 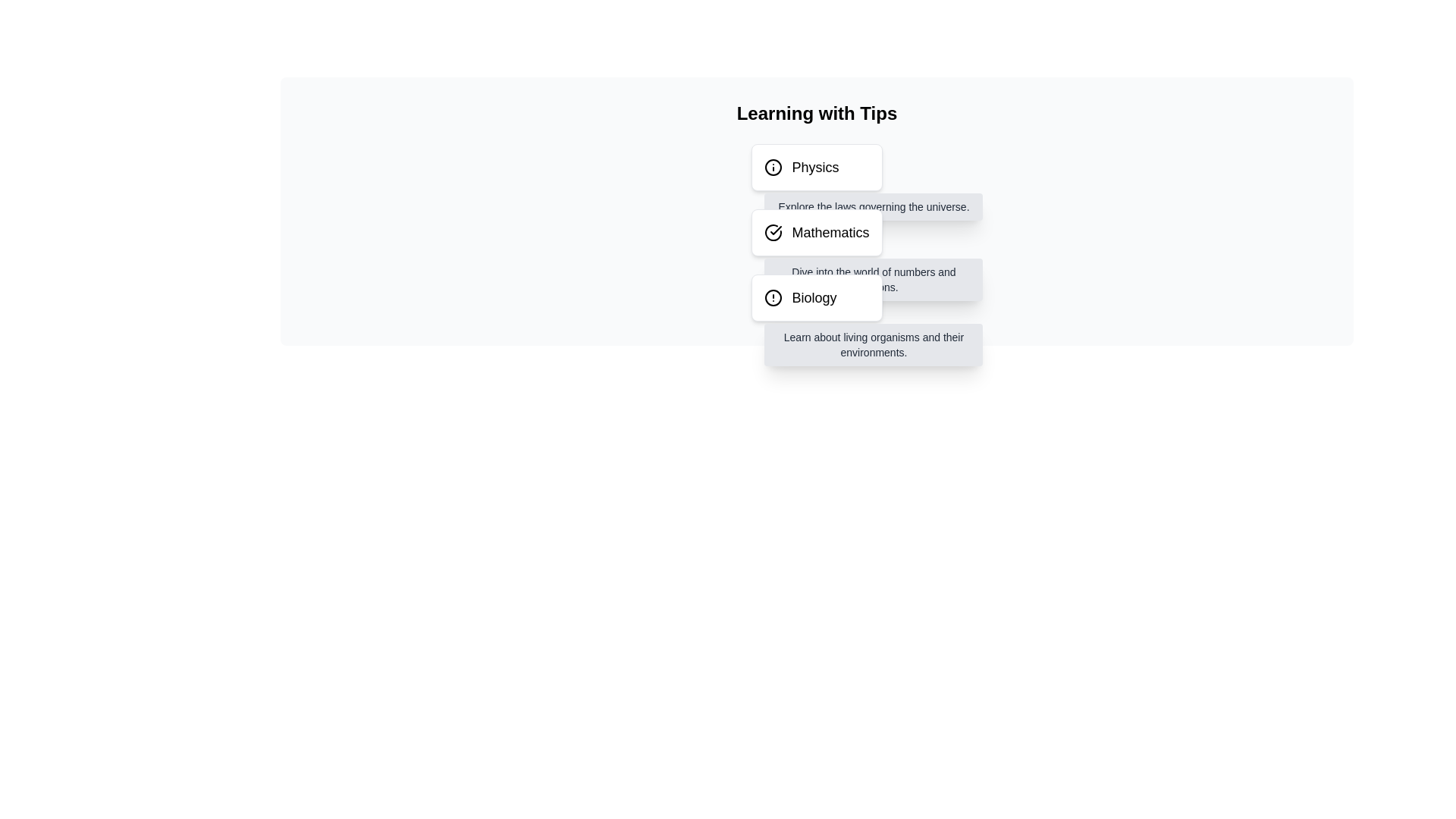 I want to click on descriptive text label about 'Physics' located just below the 'Physics' button, so click(x=874, y=207).